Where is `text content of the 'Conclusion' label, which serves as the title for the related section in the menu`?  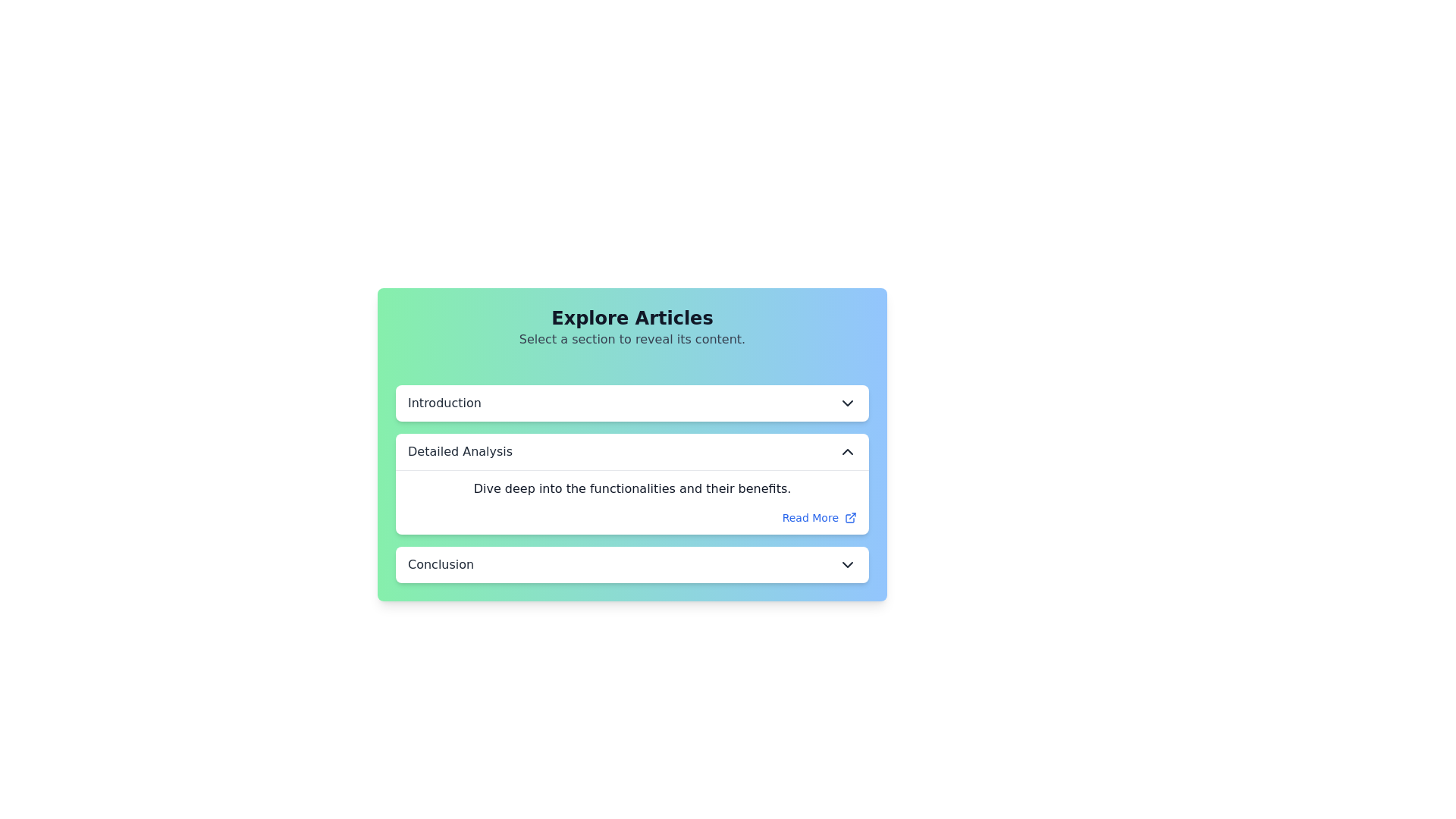
text content of the 'Conclusion' label, which serves as the title for the related section in the menu is located at coordinates (440, 564).